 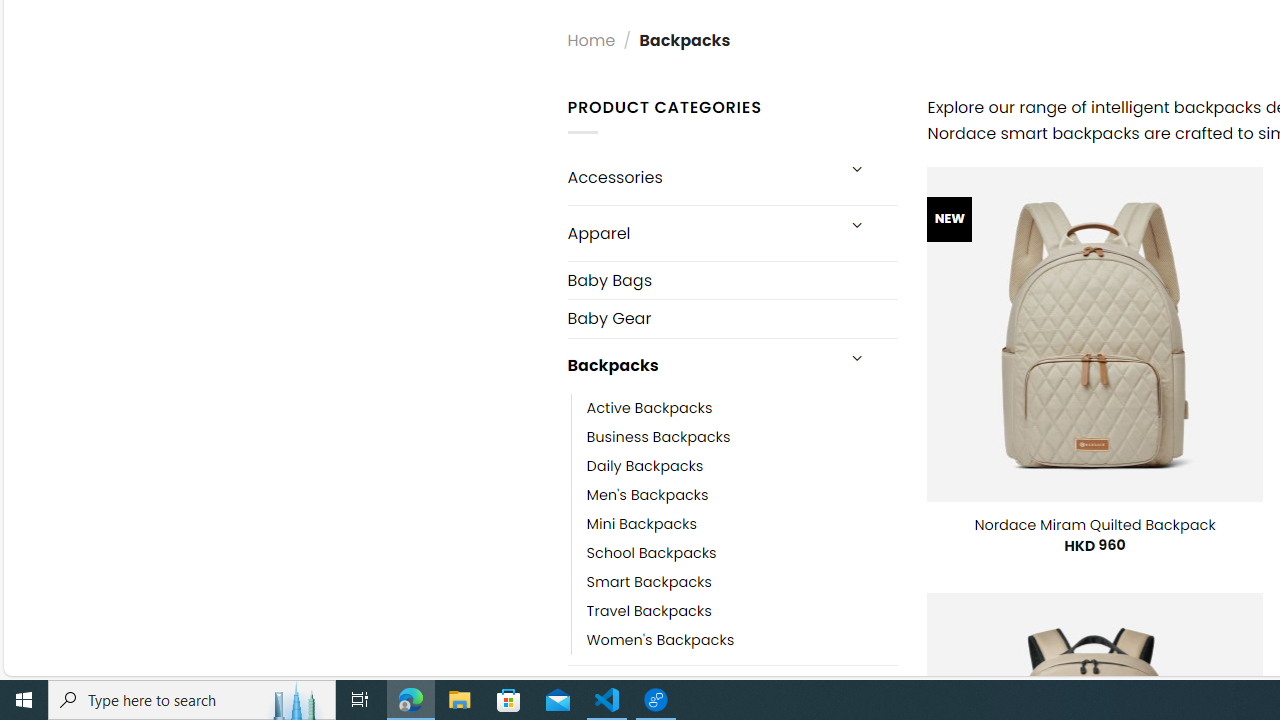 What do you see at coordinates (660, 640) in the screenshot?
I see `'Women'` at bounding box center [660, 640].